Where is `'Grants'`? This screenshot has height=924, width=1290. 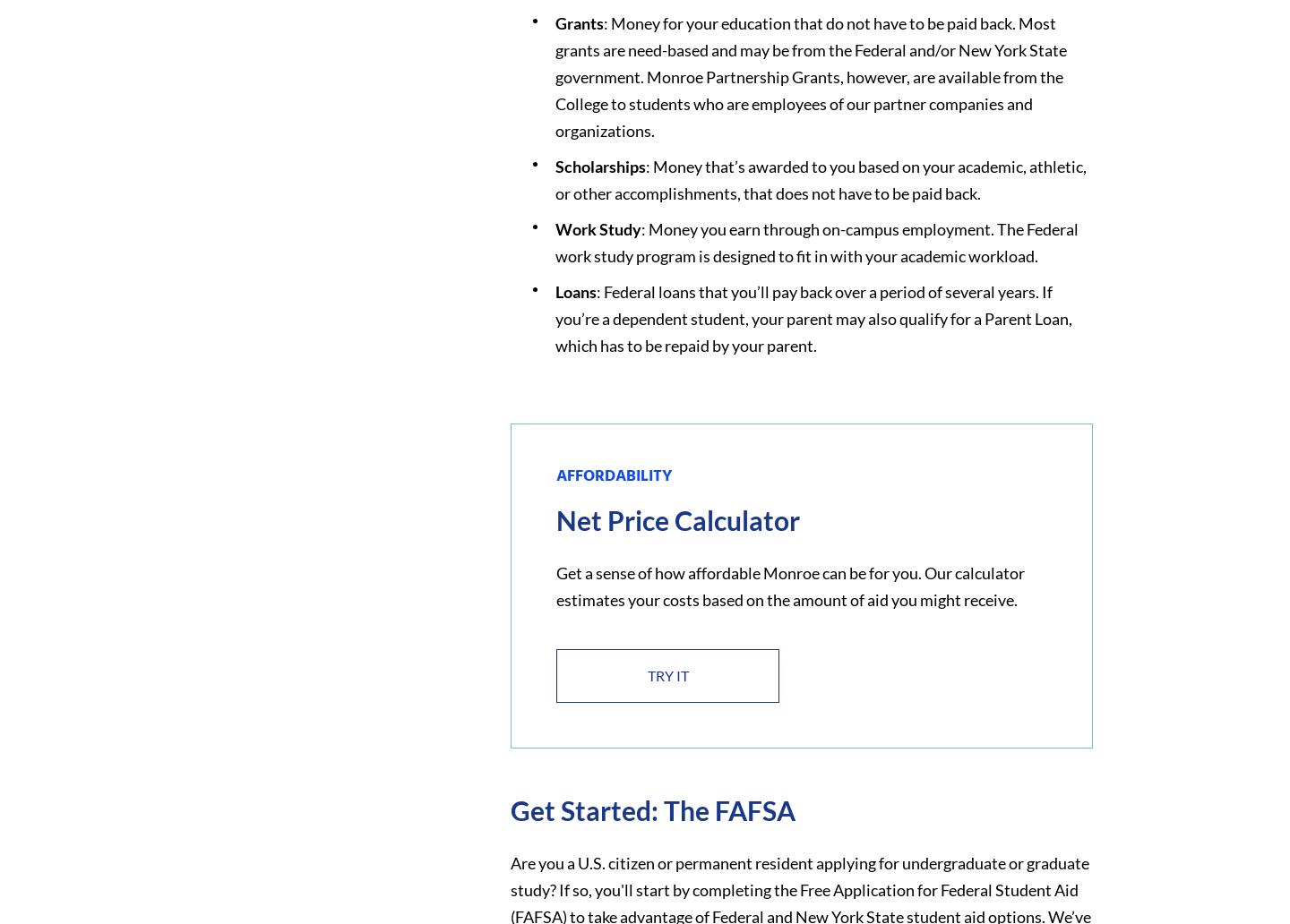
'Grants' is located at coordinates (577, 21).